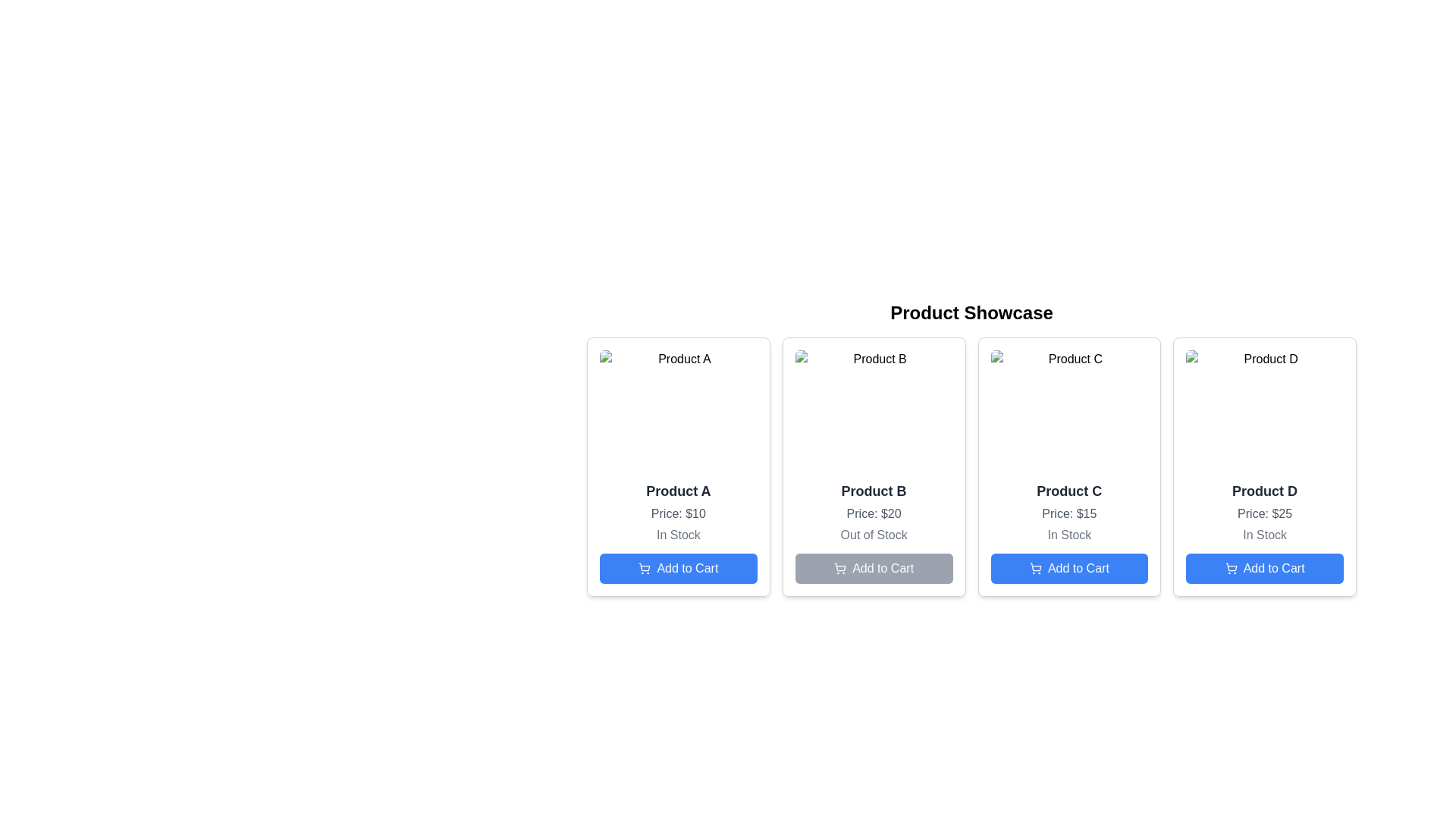 Image resolution: width=1456 pixels, height=819 pixels. I want to click on the text label component identifying 'Product C', located at the top-left of the third product card in a horizontally aligned series, above the price details, so click(1068, 491).